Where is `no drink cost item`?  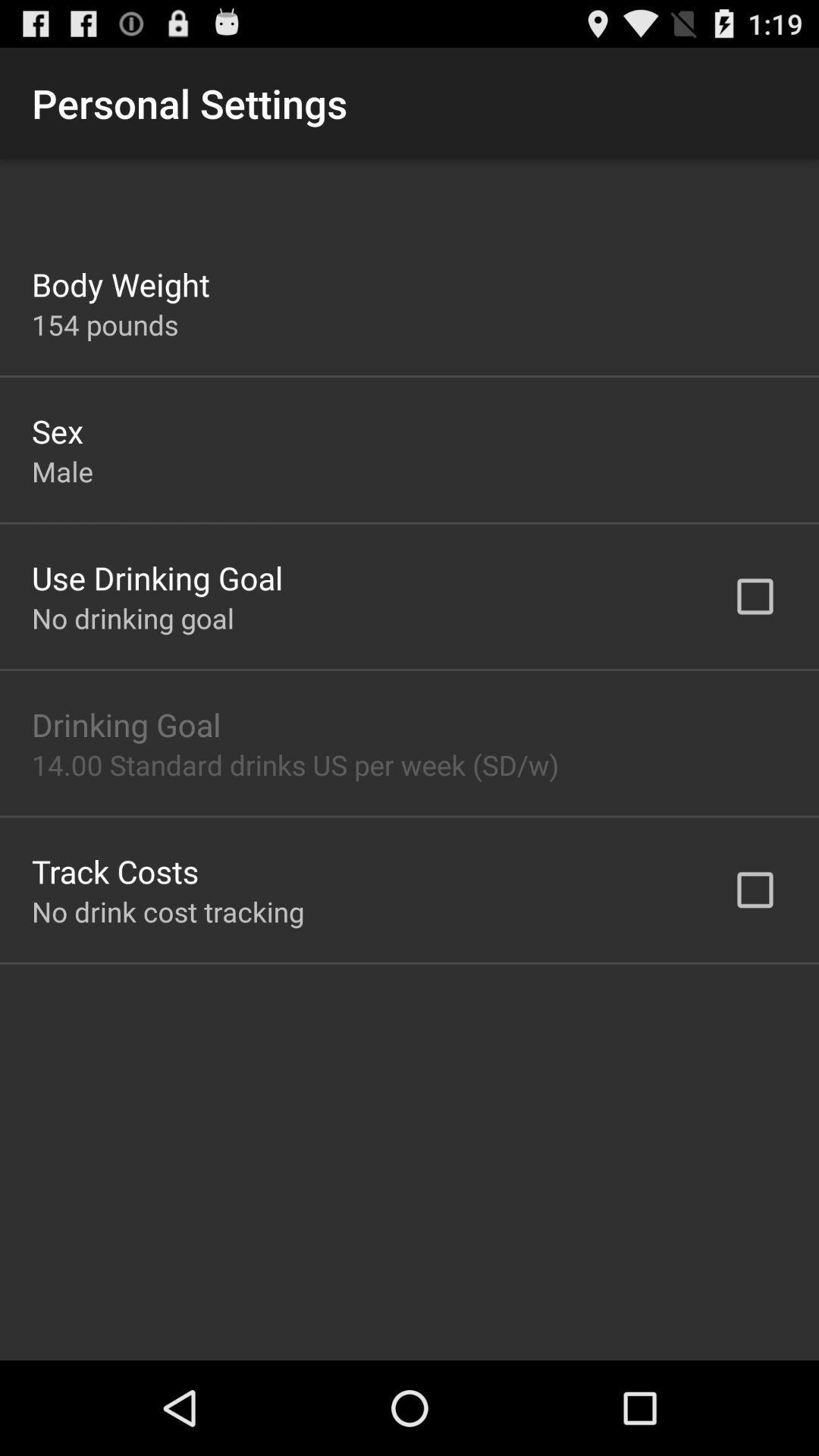
no drink cost item is located at coordinates (168, 911).